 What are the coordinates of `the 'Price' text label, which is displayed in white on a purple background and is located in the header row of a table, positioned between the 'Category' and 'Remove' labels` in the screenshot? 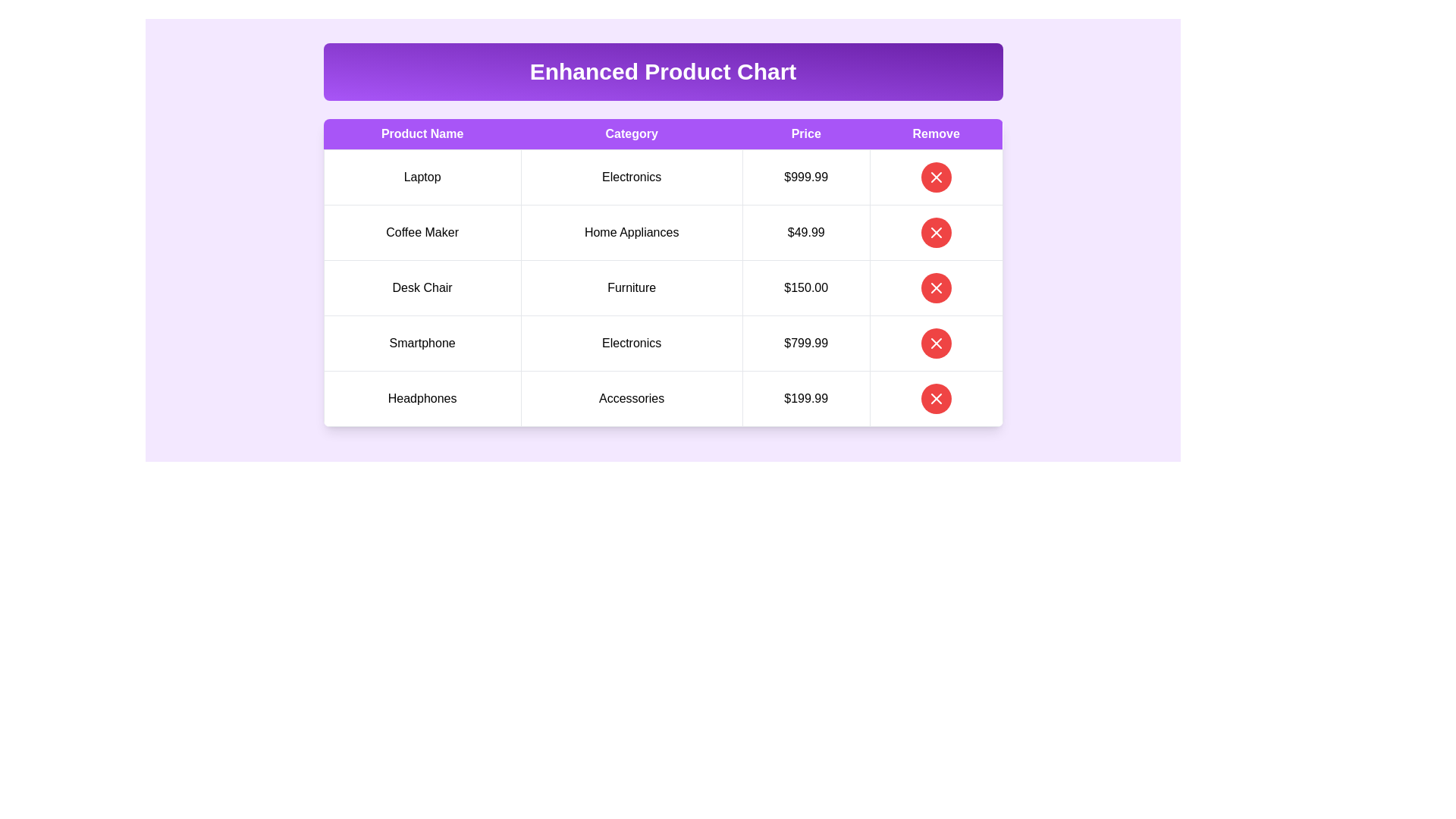 It's located at (805, 133).